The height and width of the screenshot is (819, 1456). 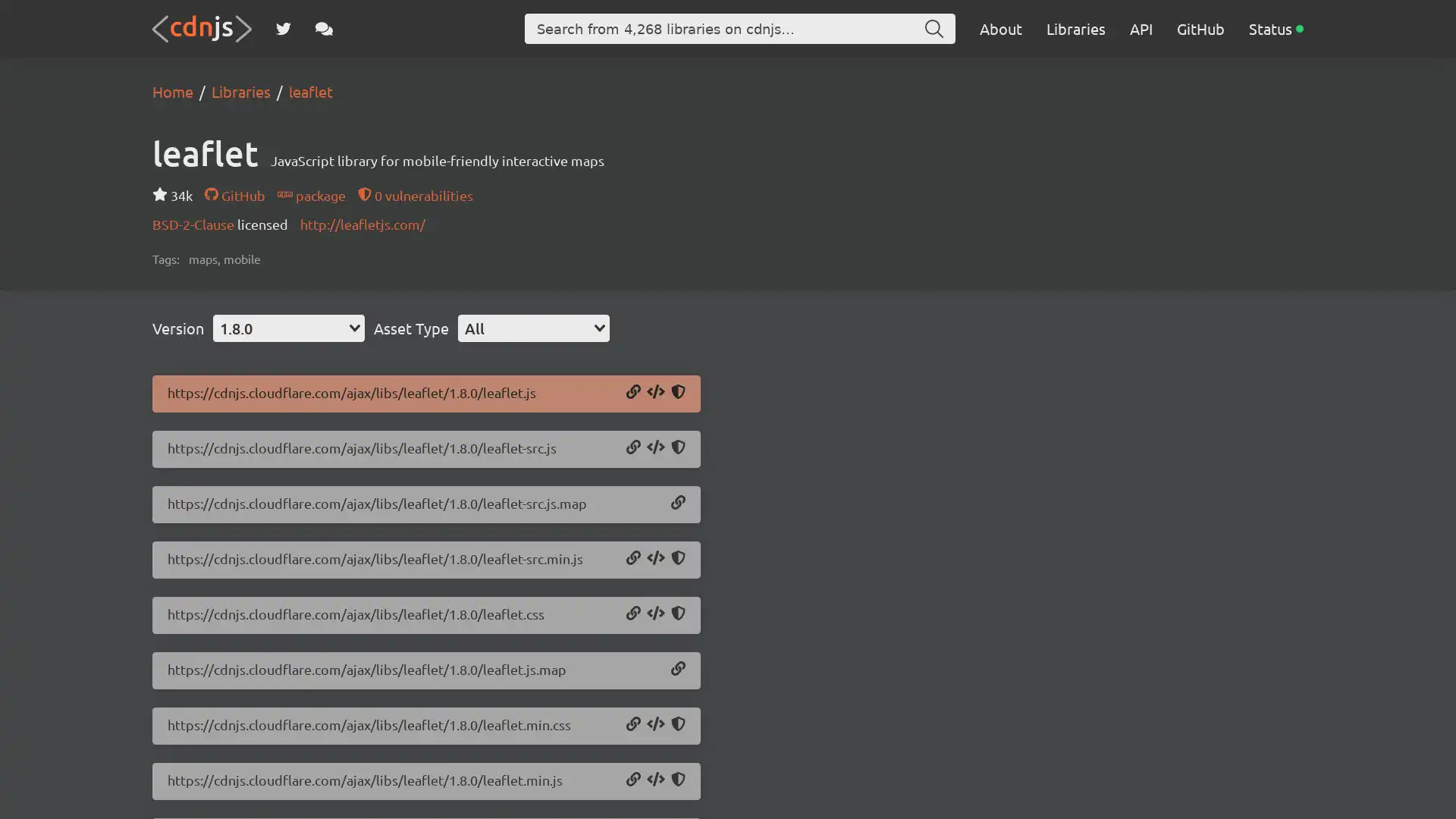 What do you see at coordinates (655, 392) in the screenshot?
I see `Copy Script Tag` at bounding box center [655, 392].